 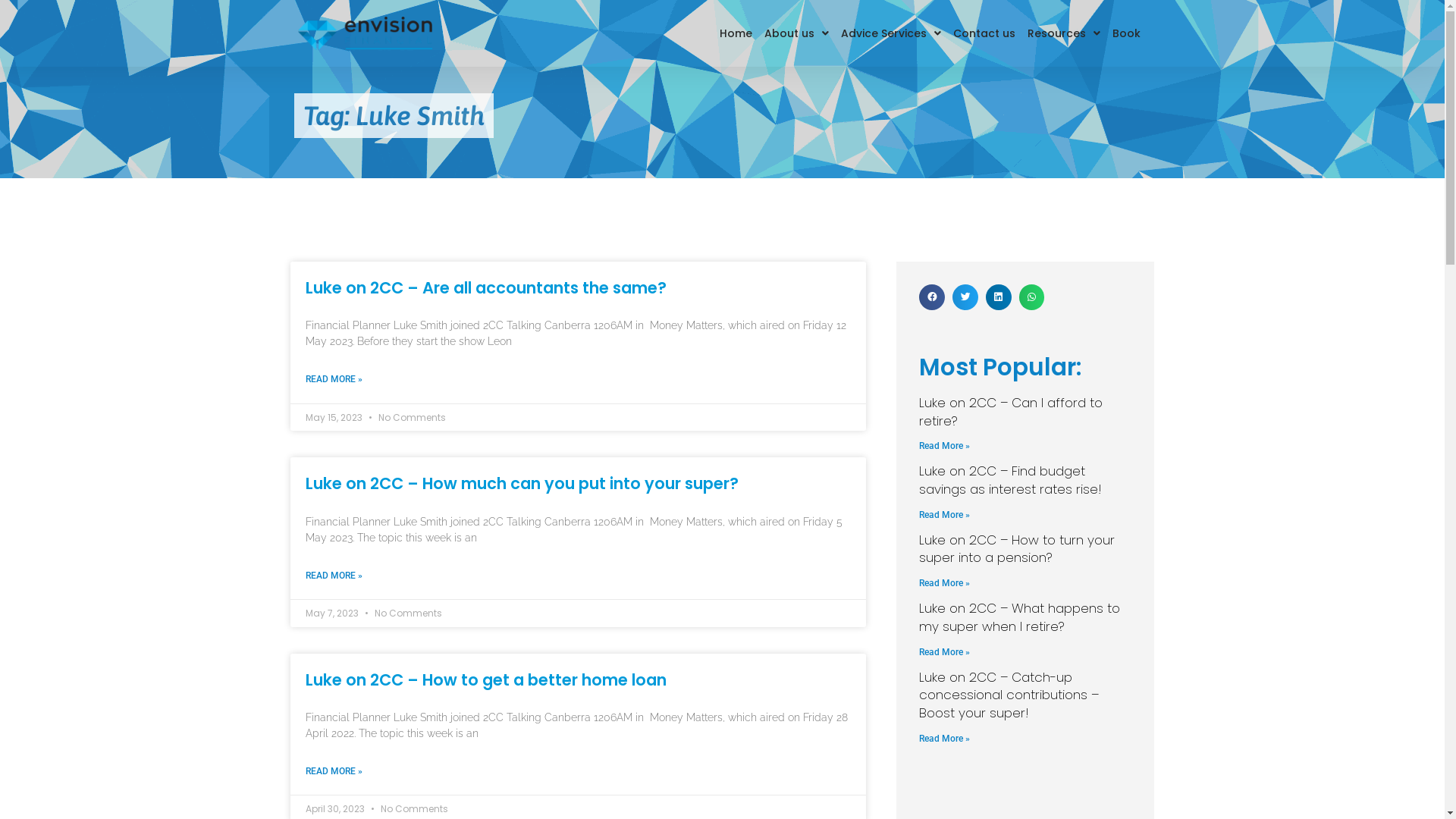 I want to click on 'About us', so click(x=795, y=33).